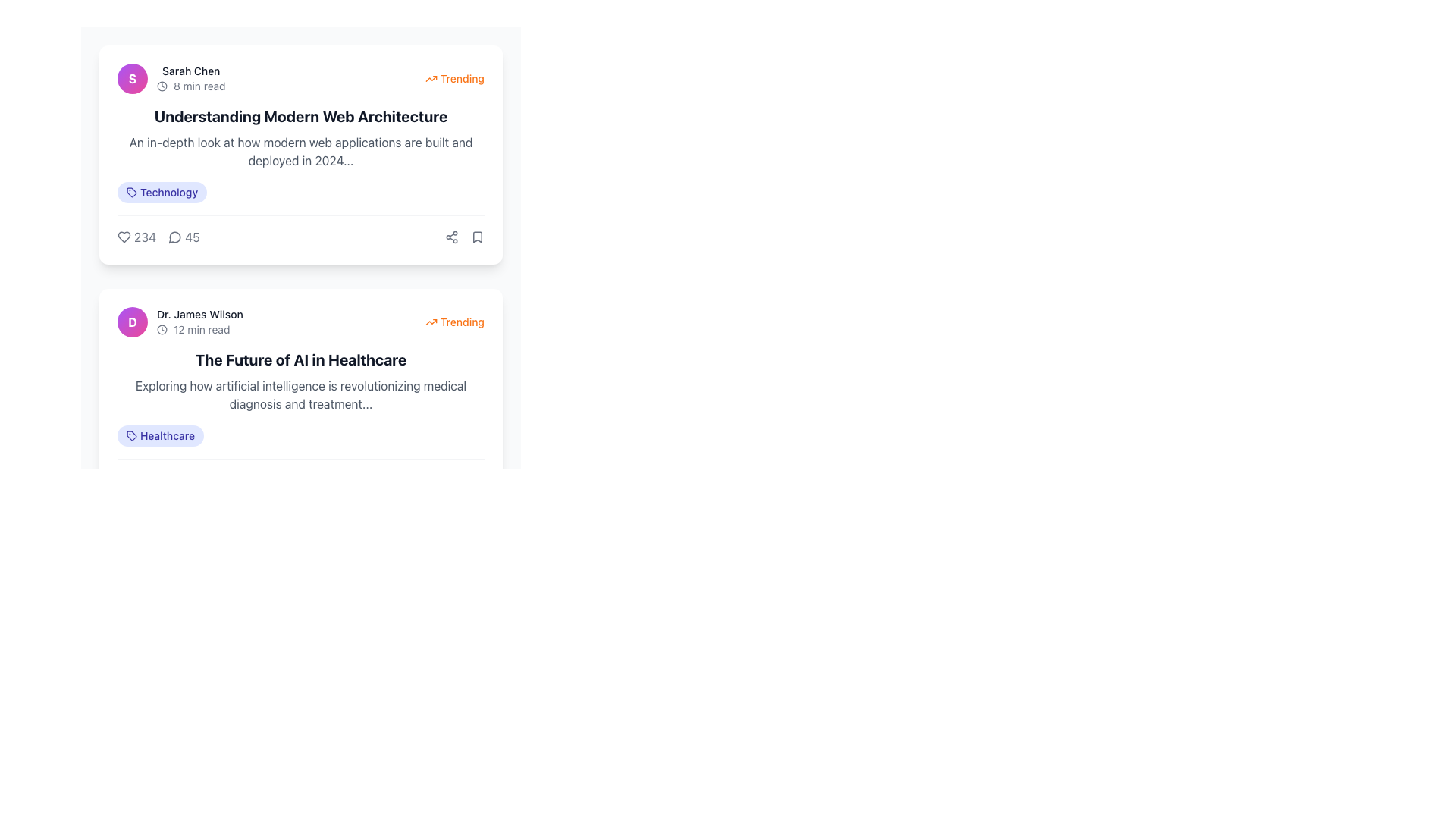 This screenshot has height=819, width=1456. Describe the element at coordinates (162, 86) in the screenshot. I see `the clock-like icon with a circular border that is located to the left of the '8 min read' text` at that location.